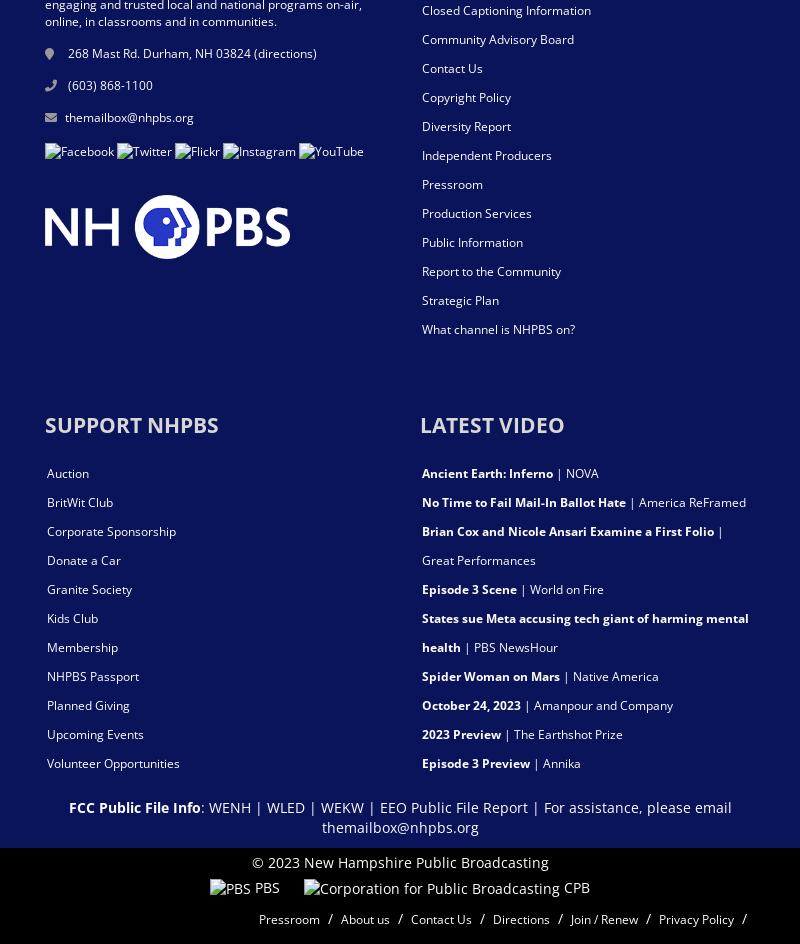  Describe the element at coordinates (451, 66) in the screenshot. I see `'Contact Us'` at that location.